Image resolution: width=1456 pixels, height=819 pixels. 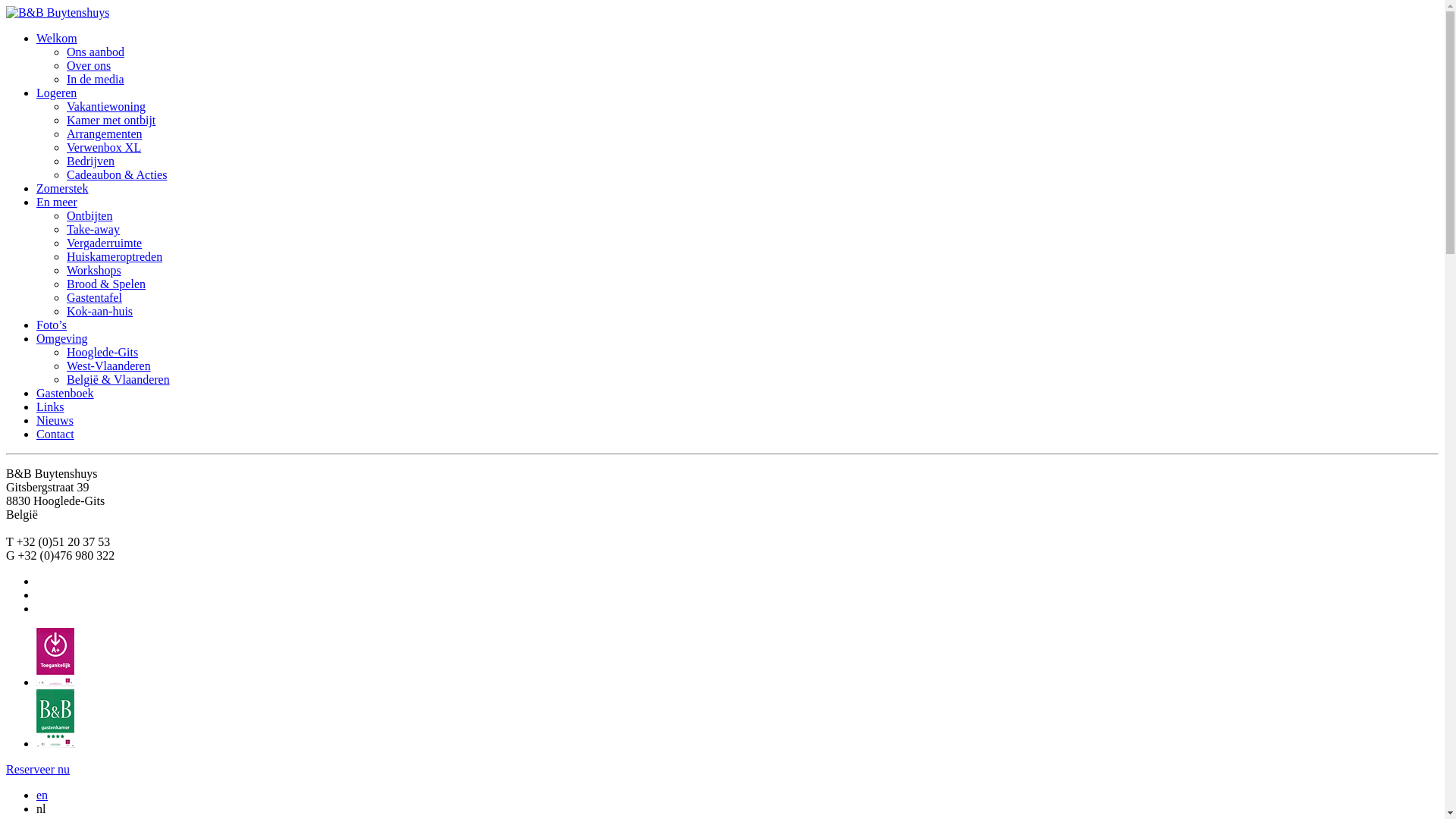 What do you see at coordinates (108, 366) in the screenshot?
I see `'West-Vlaanderen'` at bounding box center [108, 366].